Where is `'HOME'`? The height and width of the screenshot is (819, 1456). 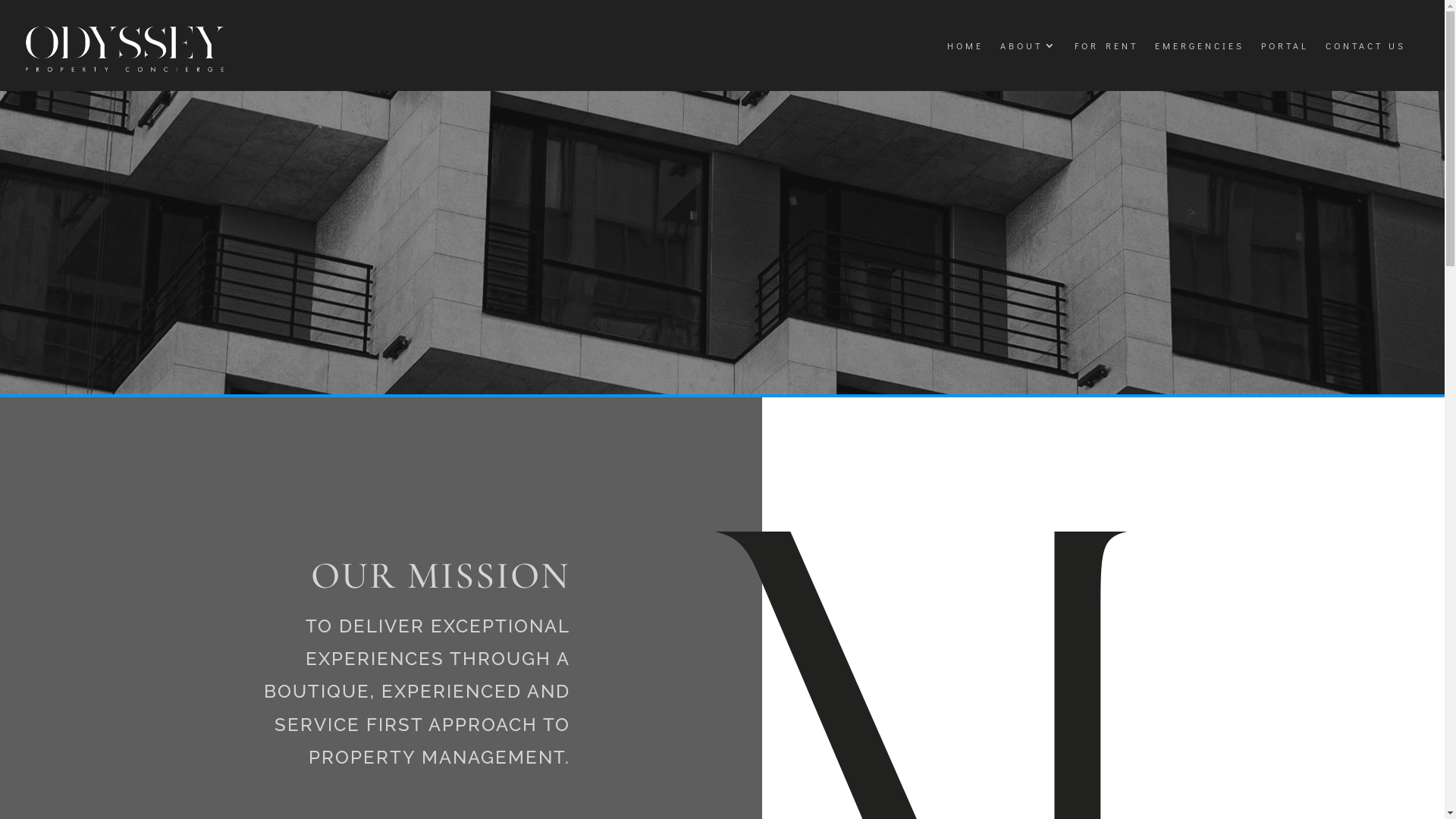
'HOME' is located at coordinates (964, 45).